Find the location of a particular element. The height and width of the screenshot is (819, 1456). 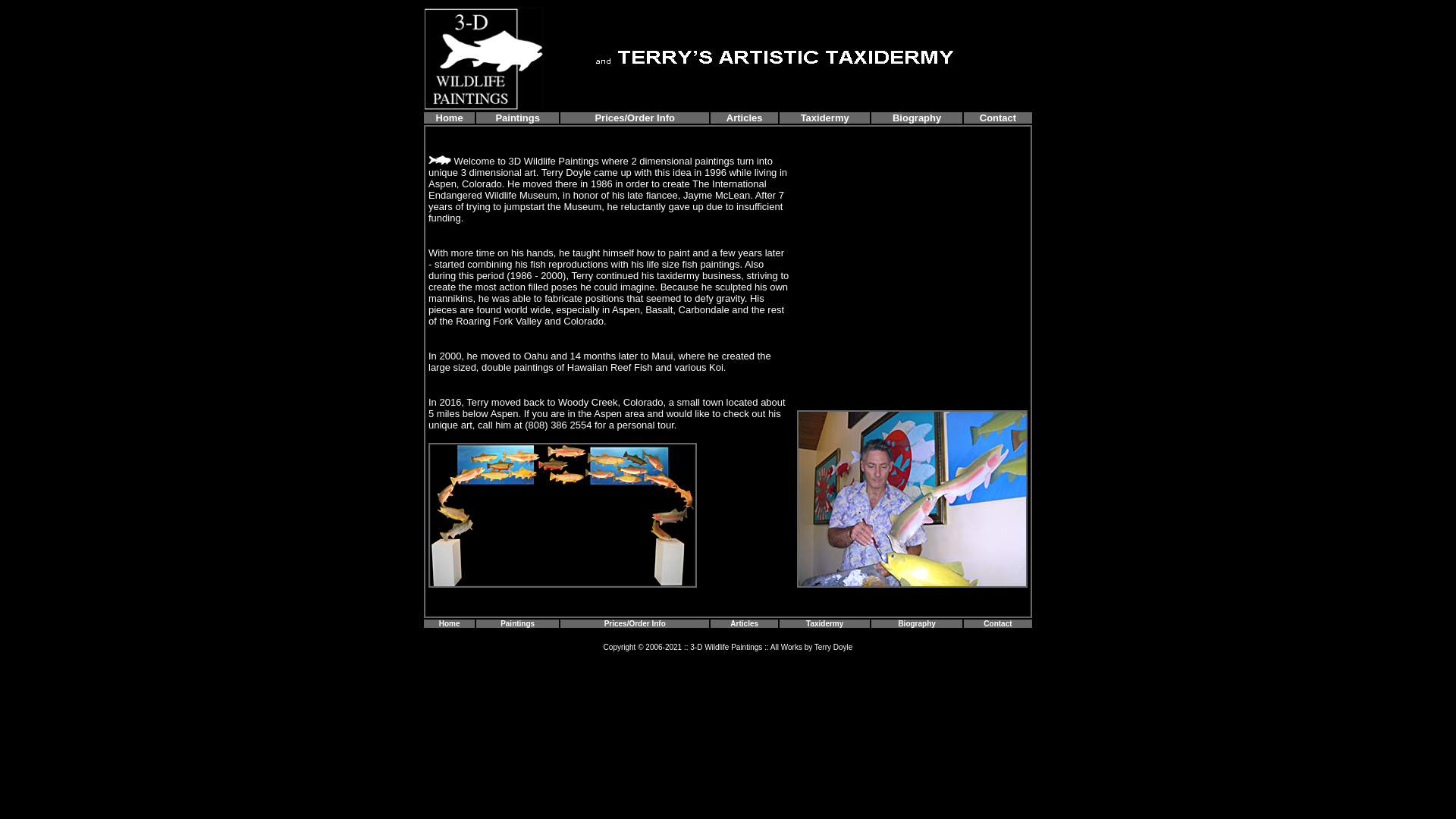

'Articles' is located at coordinates (744, 623).